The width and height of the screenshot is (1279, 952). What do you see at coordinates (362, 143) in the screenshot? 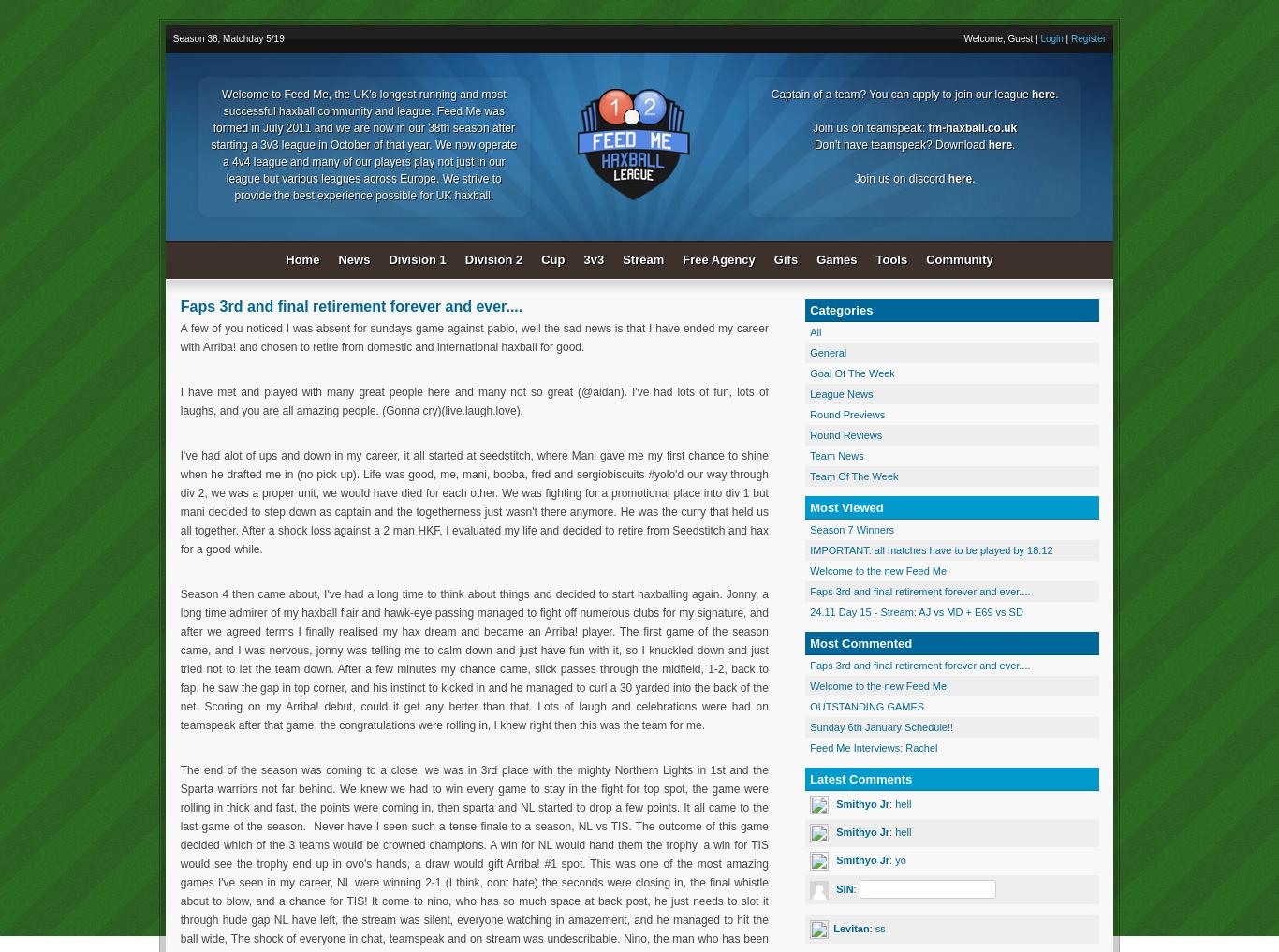
I see `'Welcome to Feed Me, the UK's longest running and most successful haxball community and league.
						Feed Me was formed in July 2011 and we are now in our 38th season after starting a 3v3 league in October of that year.
						We now operate a 4v4 league and many of our players play not just in our league but various leagues across Europe.
						We strive to provide the best experience possible for UK haxball.'` at bounding box center [362, 143].